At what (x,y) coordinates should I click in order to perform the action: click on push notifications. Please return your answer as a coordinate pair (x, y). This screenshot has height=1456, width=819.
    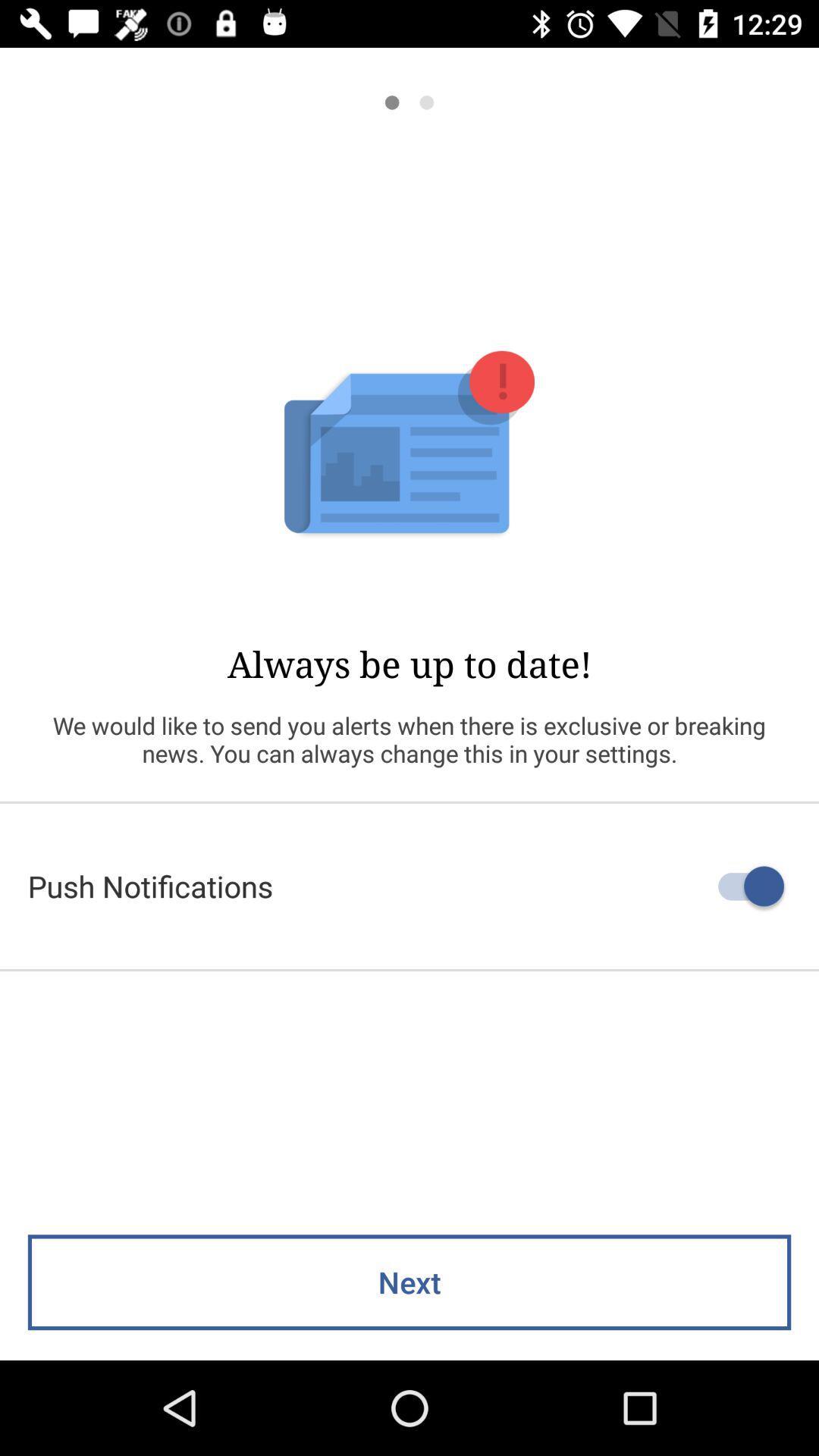
    Looking at the image, I should click on (409, 886).